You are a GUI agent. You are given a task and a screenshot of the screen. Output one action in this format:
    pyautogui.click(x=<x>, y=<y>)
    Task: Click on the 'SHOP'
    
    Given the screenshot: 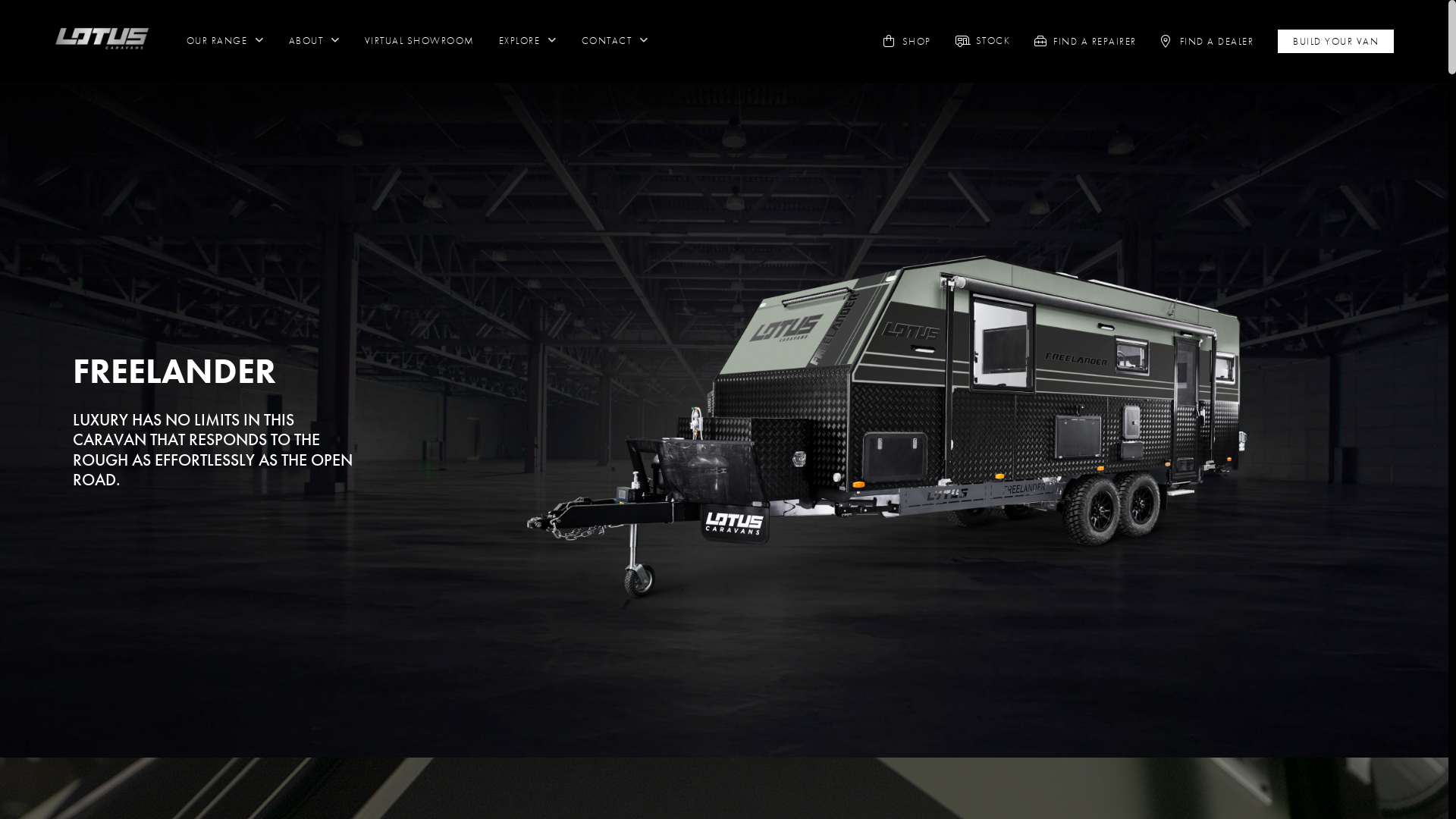 What is the action you would take?
    pyautogui.click(x=916, y=40)
    